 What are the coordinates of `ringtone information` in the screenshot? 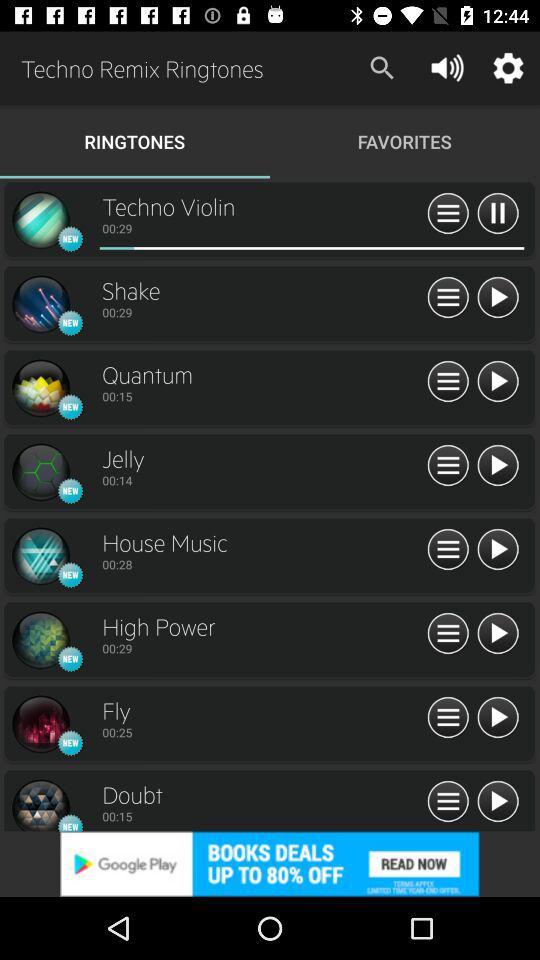 It's located at (448, 802).